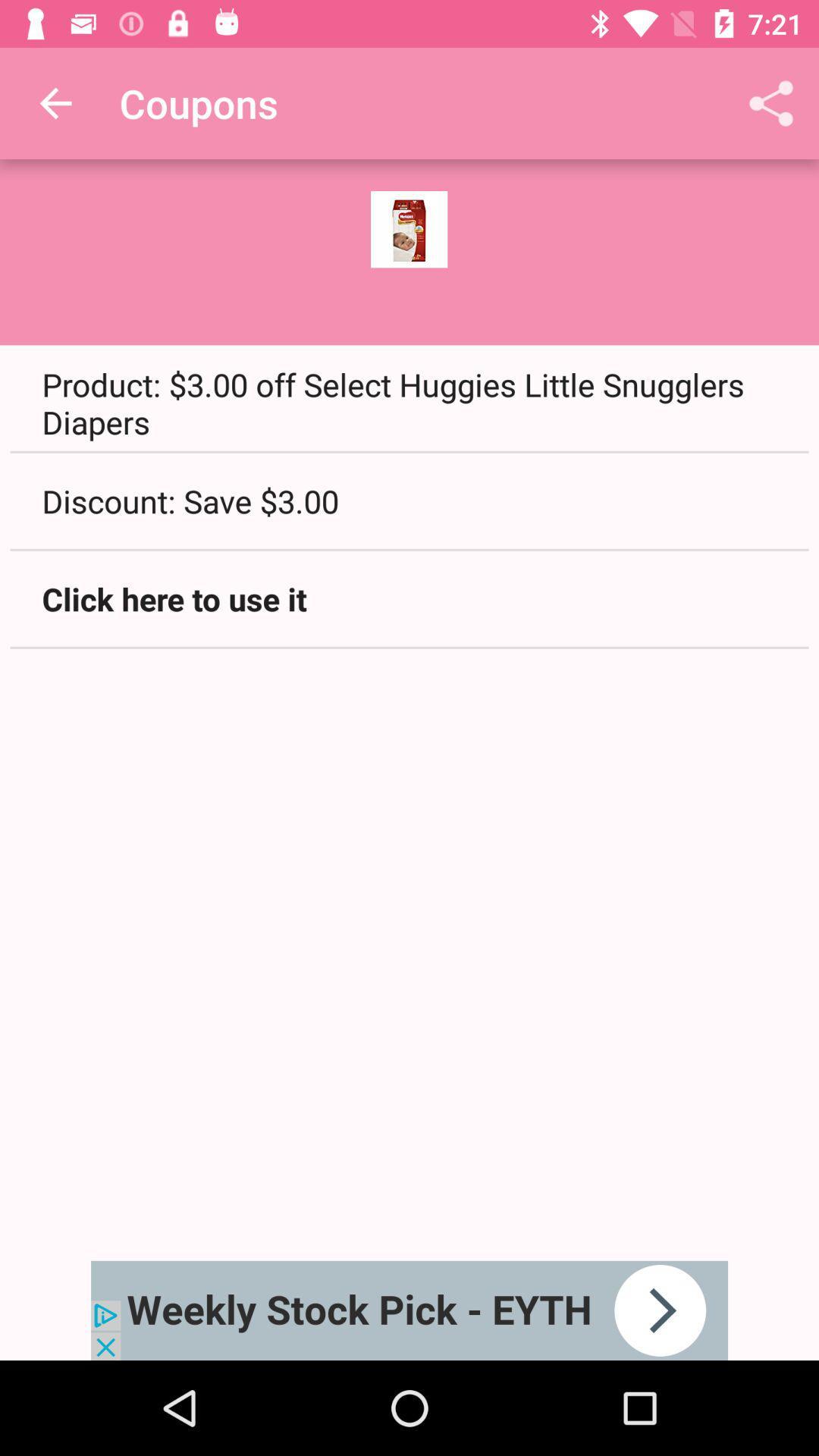 Image resolution: width=819 pixels, height=1456 pixels. I want to click on open advertisement, so click(409, 1310).